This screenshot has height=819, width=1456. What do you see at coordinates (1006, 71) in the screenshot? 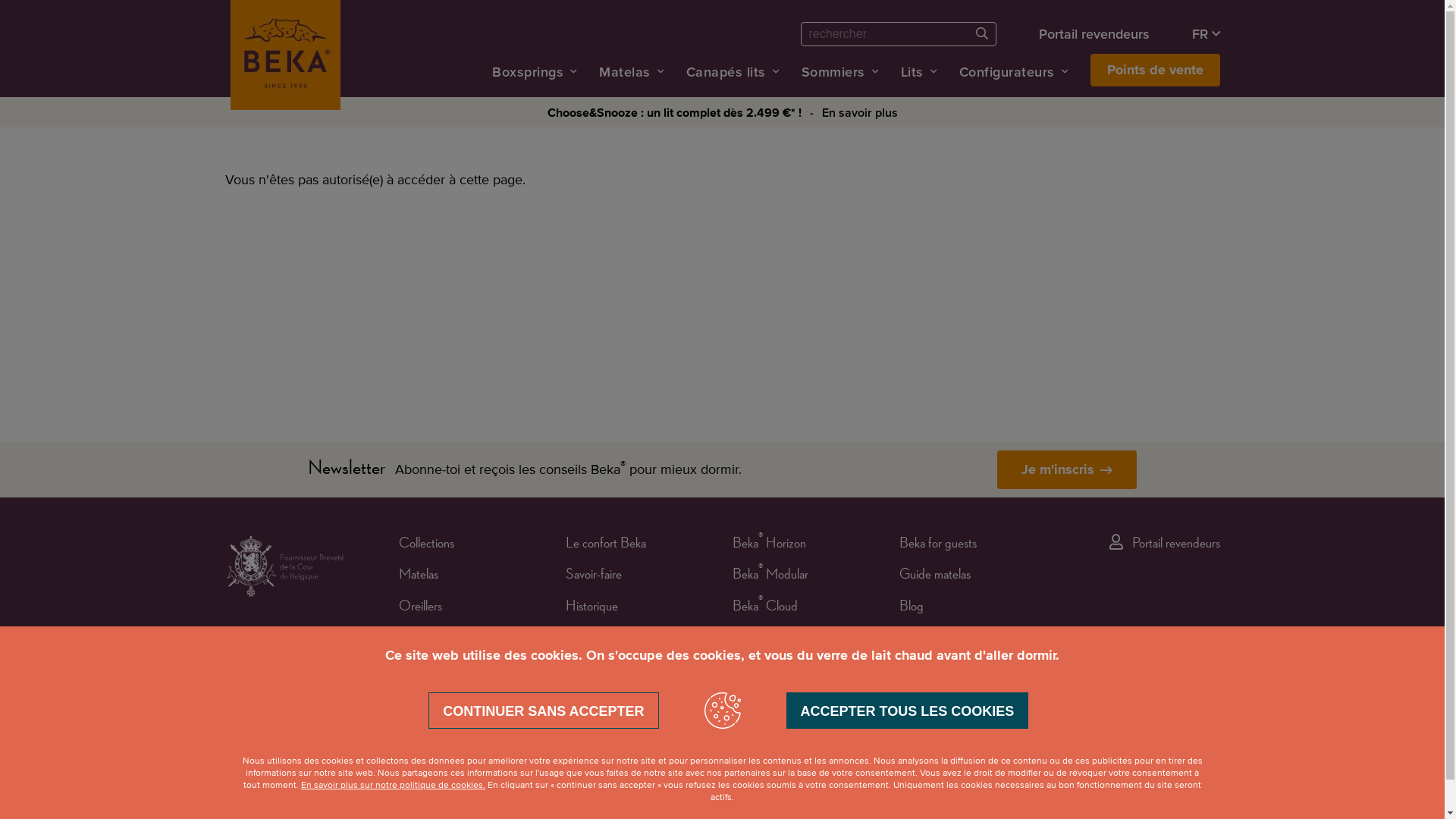
I see `'Configurateurs'` at bounding box center [1006, 71].